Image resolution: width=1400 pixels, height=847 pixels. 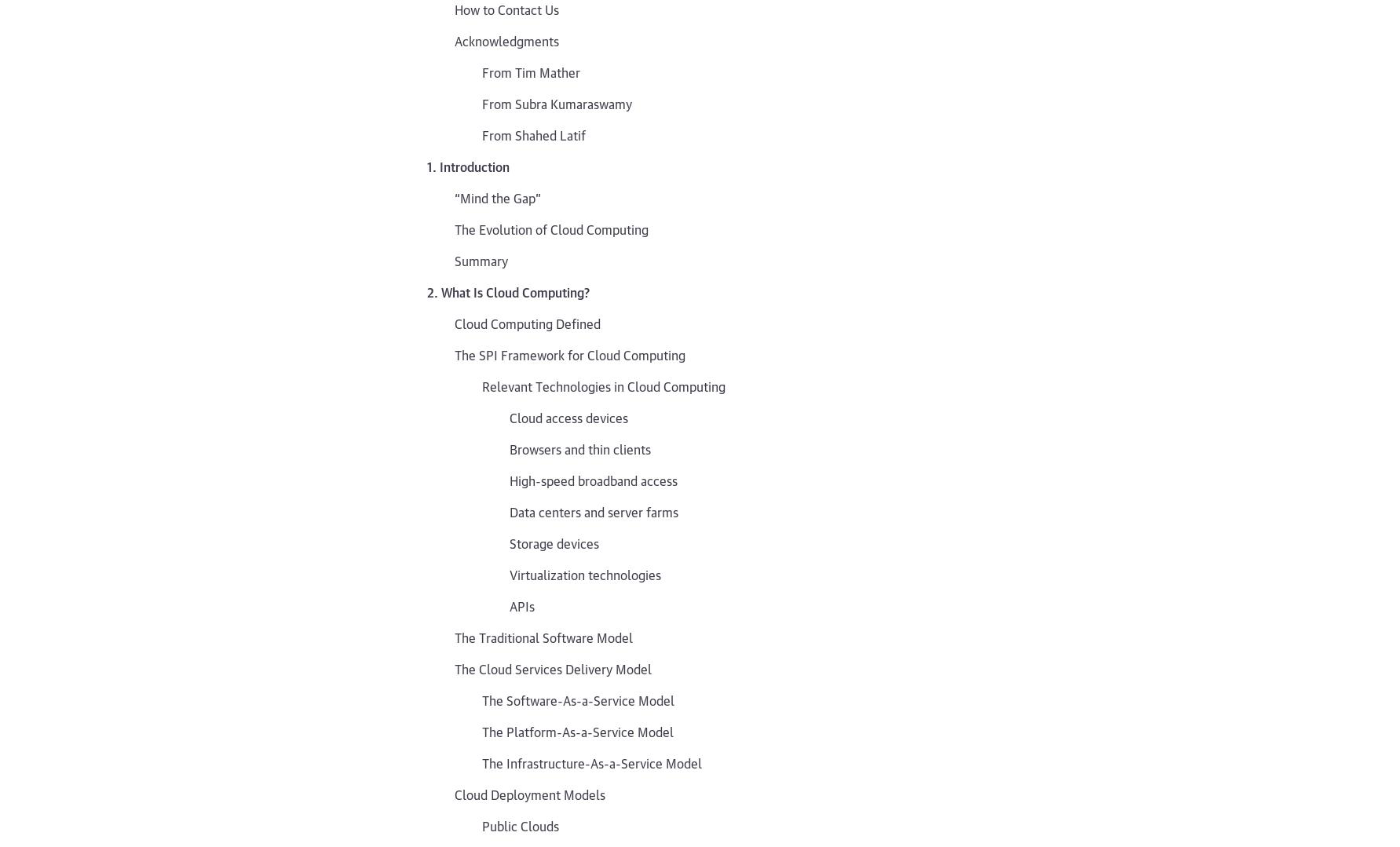 What do you see at coordinates (543, 635) in the screenshot?
I see `'The Traditional Software Model'` at bounding box center [543, 635].